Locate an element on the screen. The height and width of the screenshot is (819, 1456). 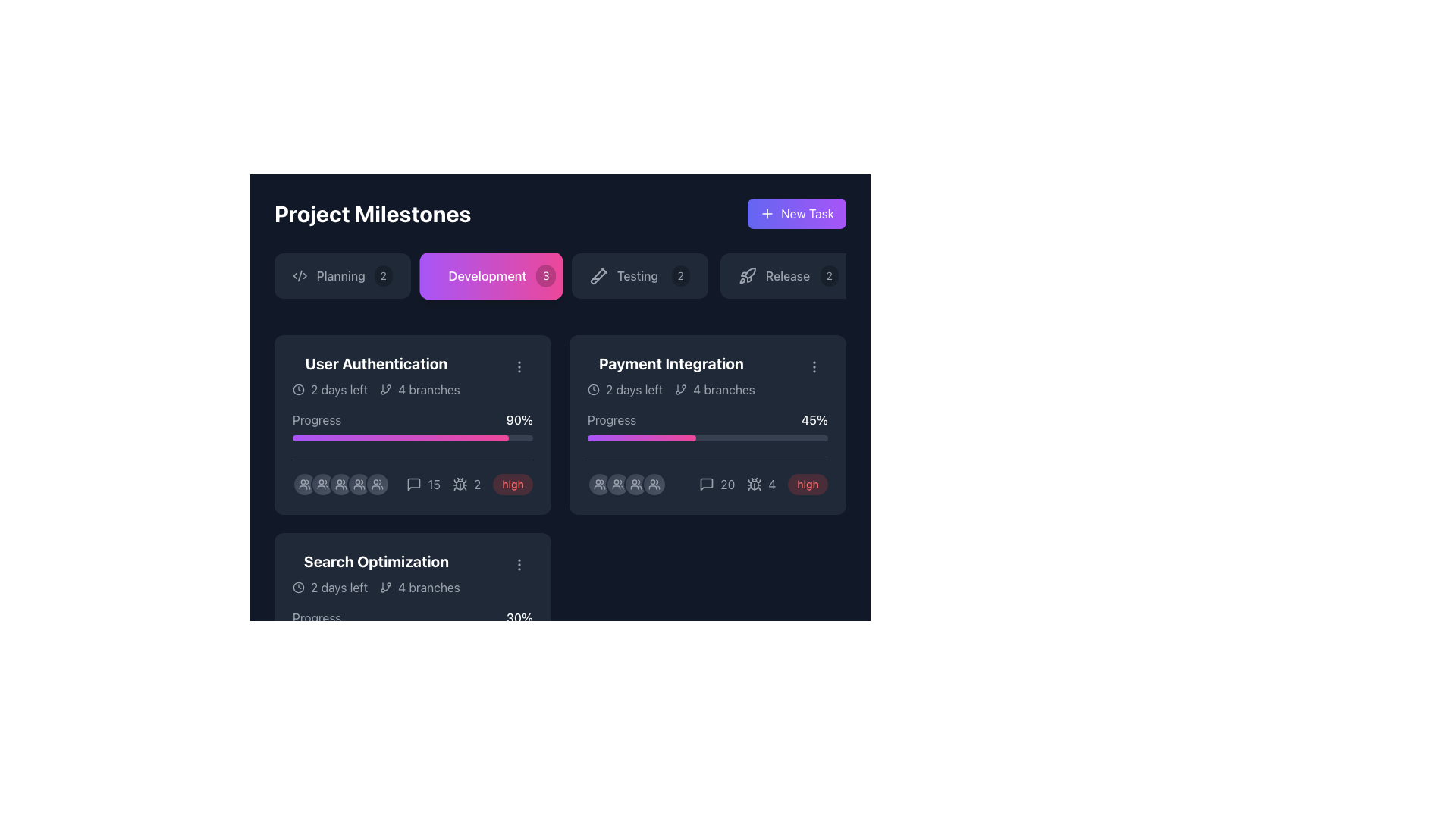
the circular clock icon located above the '2 days left' text in the 'User Authentication' card is located at coordinates (298, 388).